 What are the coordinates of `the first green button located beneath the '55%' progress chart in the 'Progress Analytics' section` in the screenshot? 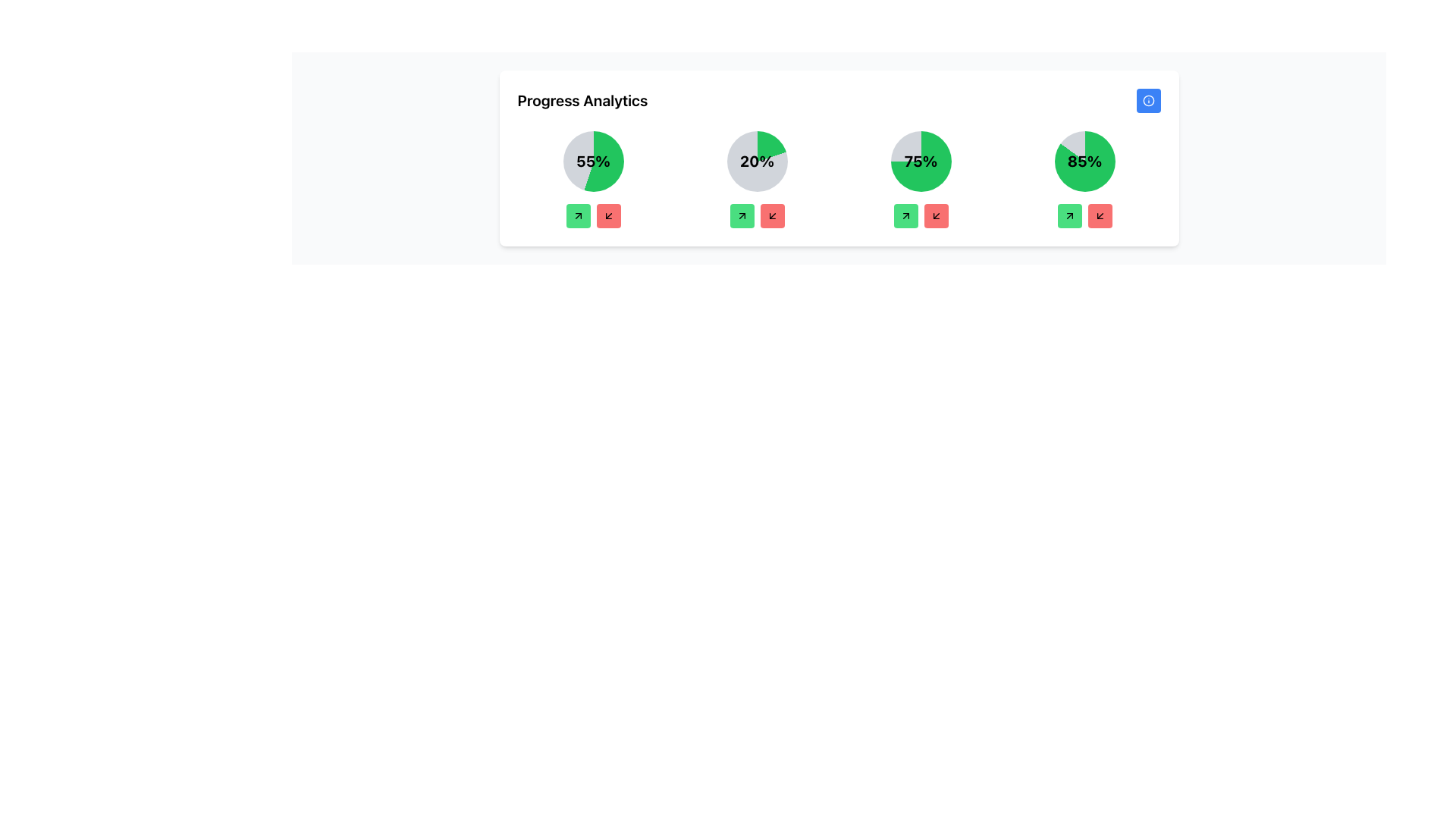 It's located at (577, 216).